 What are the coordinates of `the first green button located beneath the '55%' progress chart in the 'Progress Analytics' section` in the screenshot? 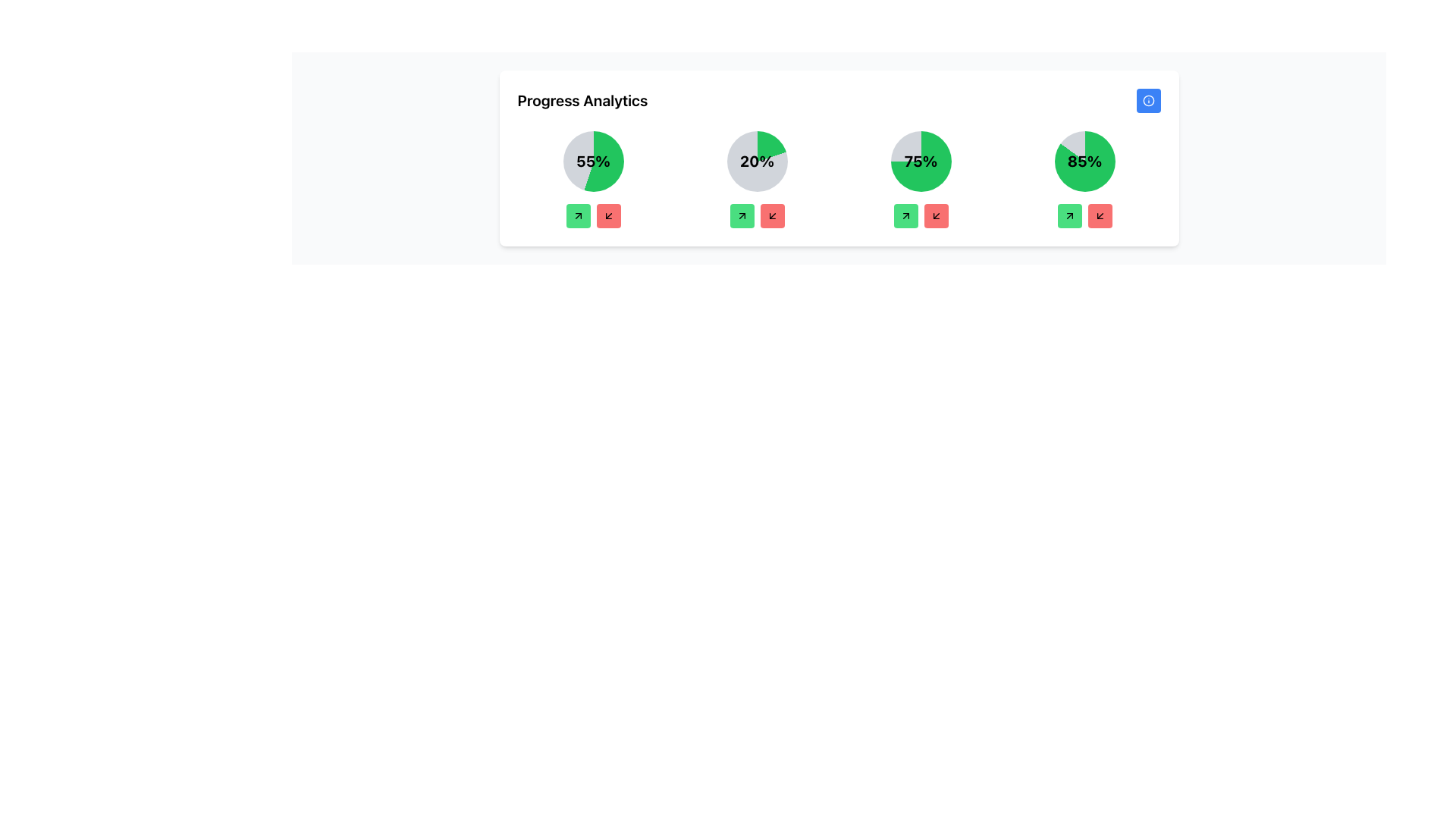 It's located at (577, 216).